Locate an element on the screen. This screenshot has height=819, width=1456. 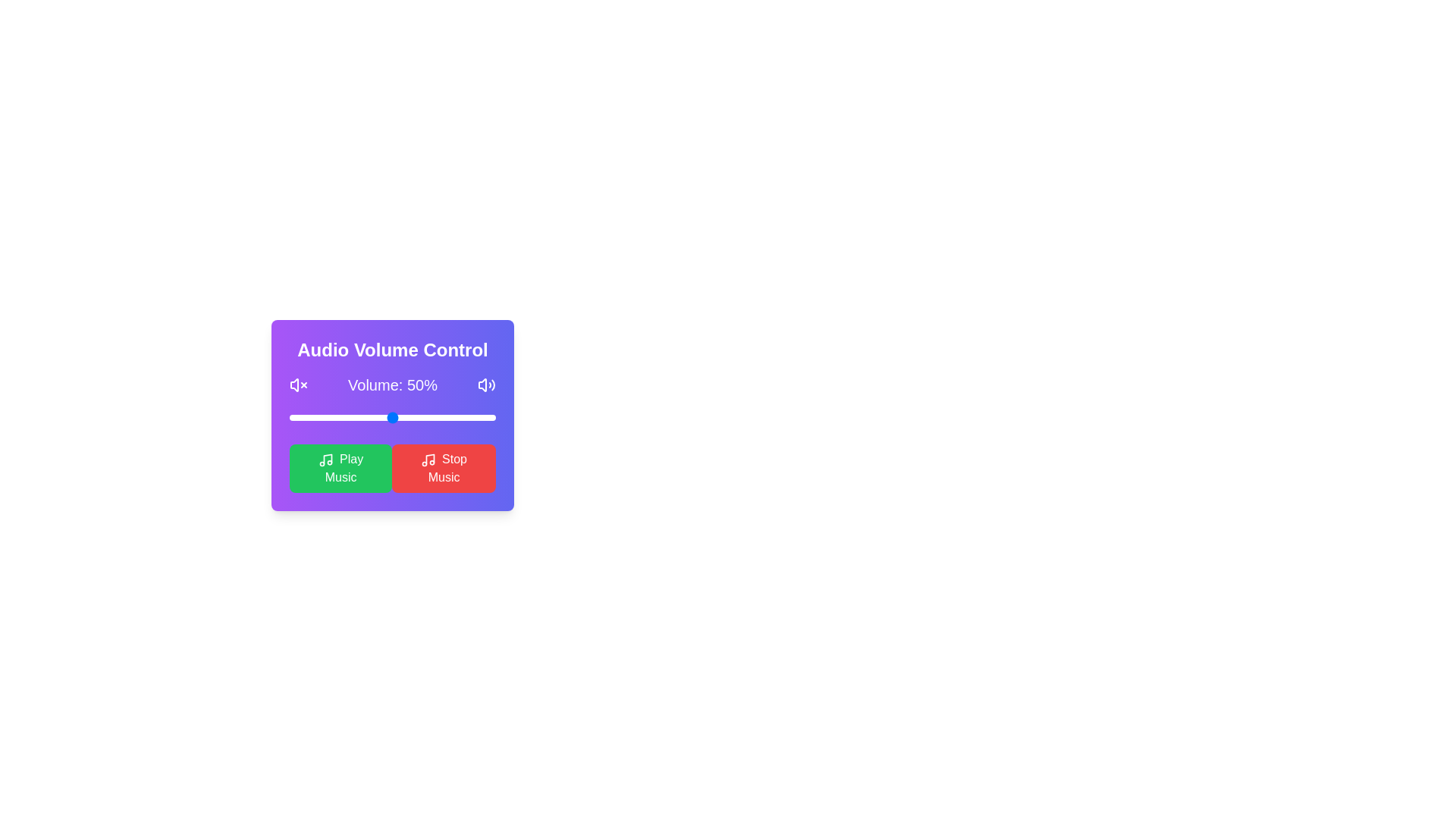
the horizontal slider in the 'Audio Volume Control' section, which has a white background and a knob-like handle, located below 'Volume: 50%' is located at coordinates (393, 418).